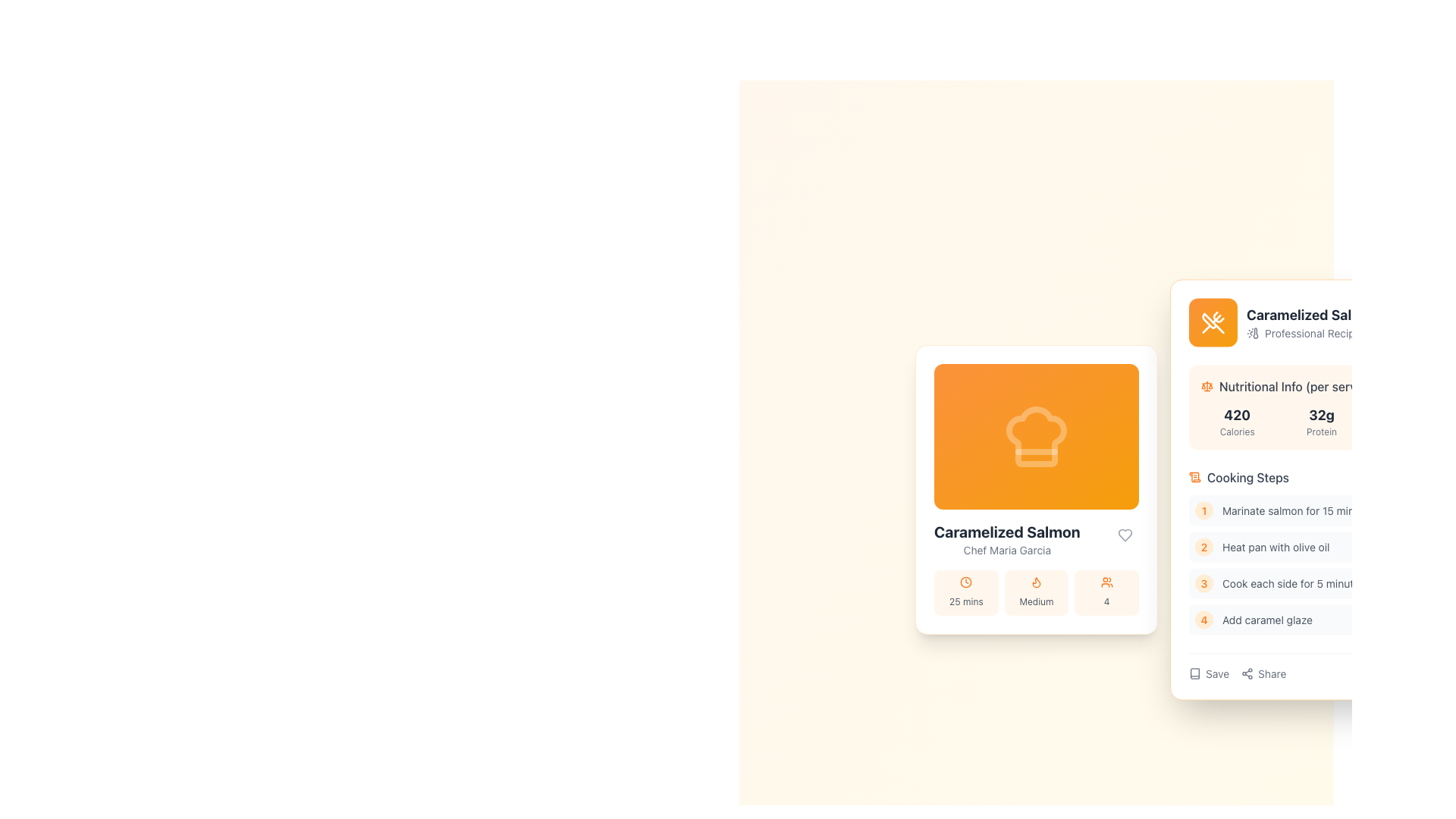 The height and width of the screenshot is (819, 1456). I want to click on the graphical icon representing nutritional information located in the header section titled 'Nutritional Info (per serving)', positioned to the left of the text, so click(1207, 385).